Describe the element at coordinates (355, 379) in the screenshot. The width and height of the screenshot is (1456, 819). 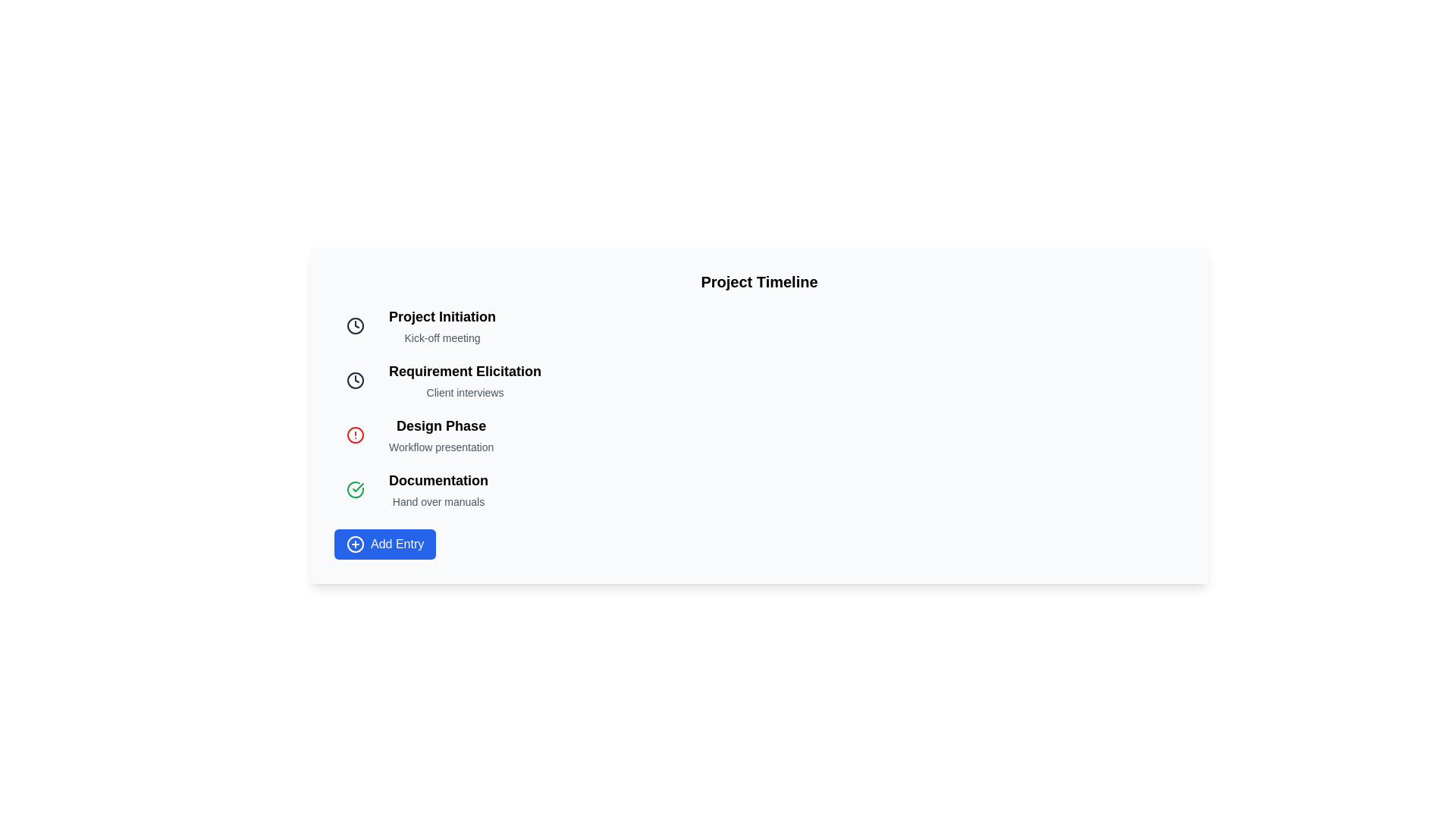
I see `the circular clock icon located next to the 'Requirement Elicitation' and 'Client interviews' text in the second row of the timeline icons` at that location.